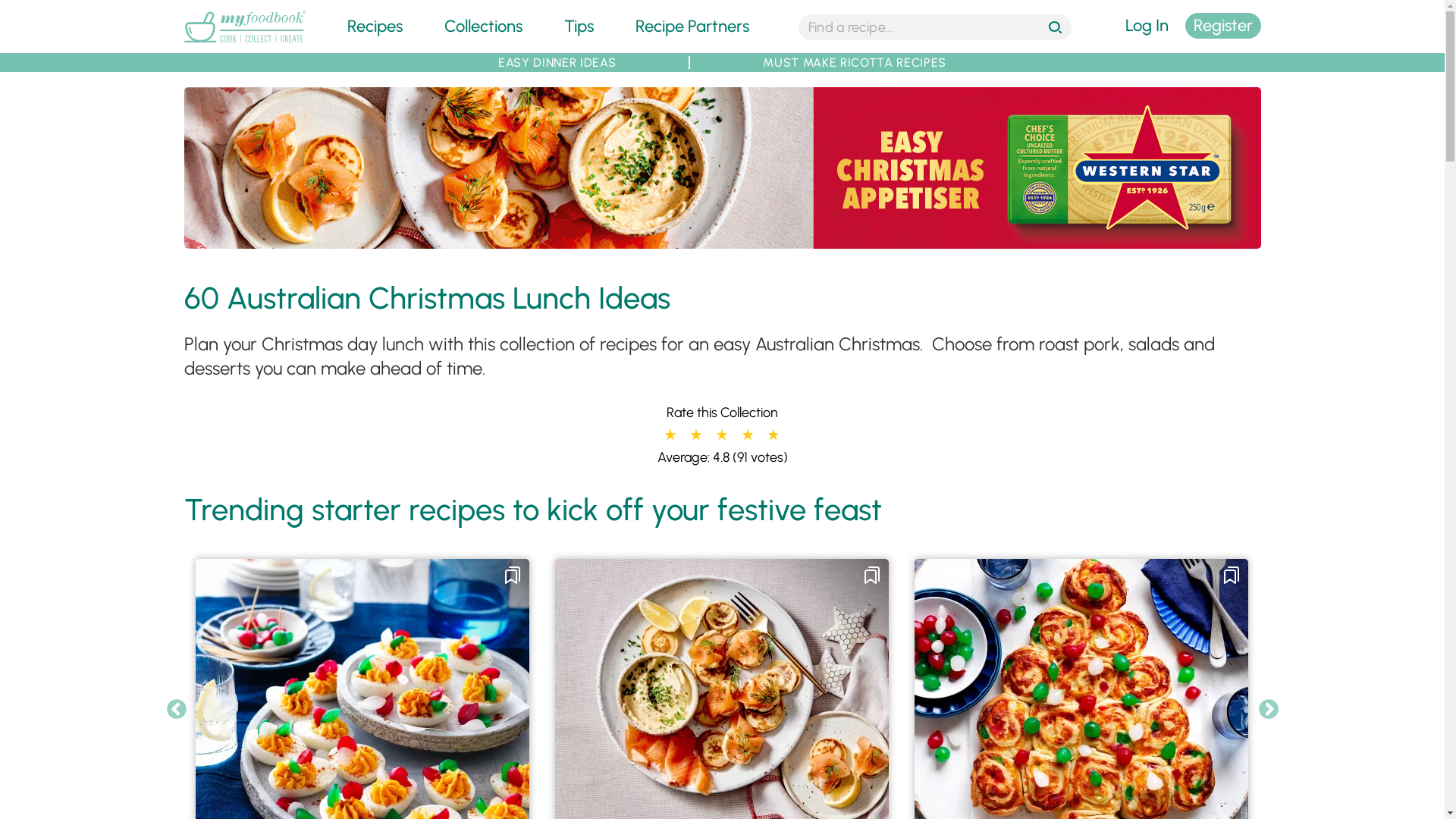 The image size is (1456, 819). I want to click on 'Save recipe', so click(862, 576).